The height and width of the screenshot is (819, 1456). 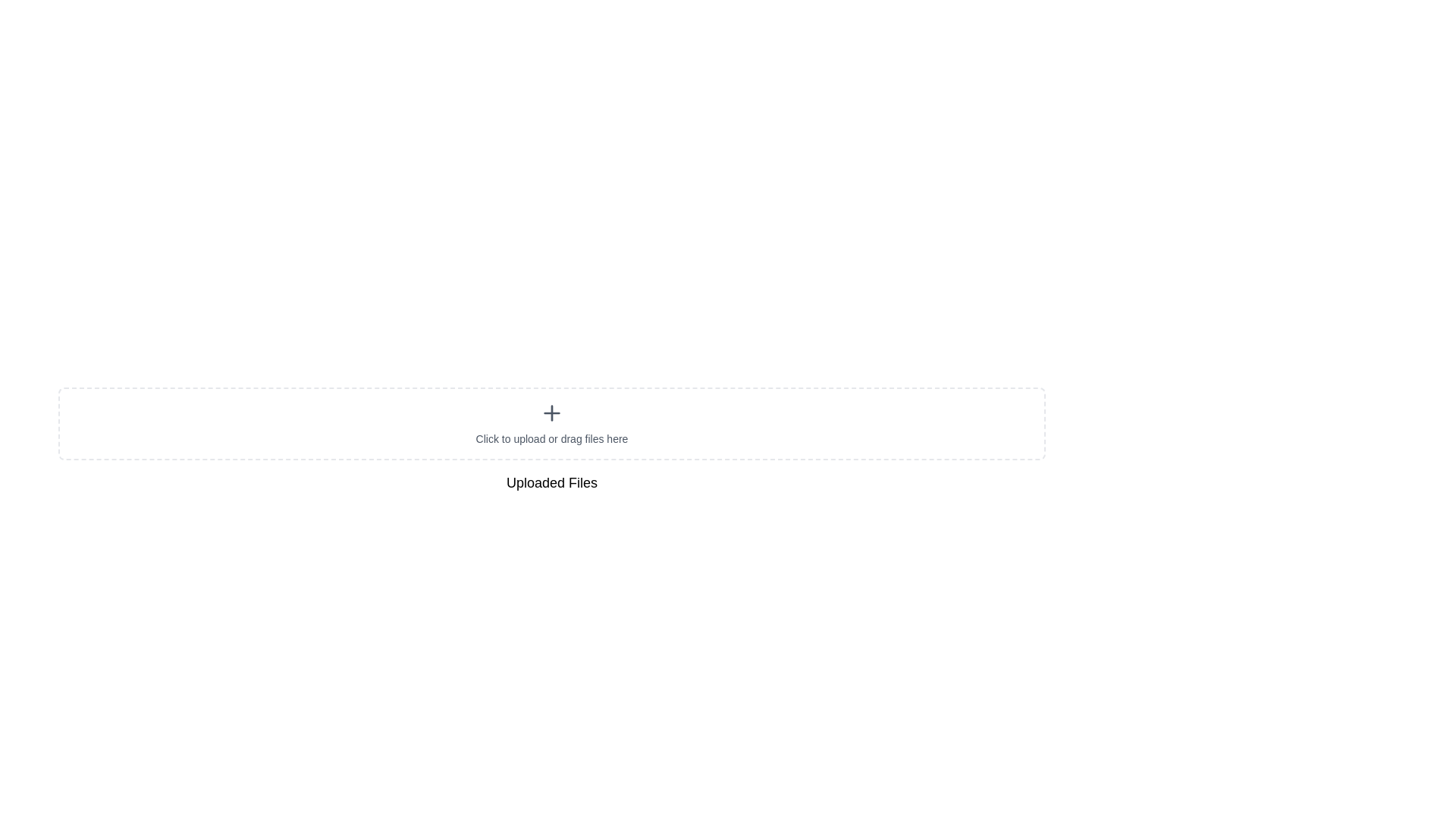 I want to click on the static text label that states 'Click to upload or drag files here', which is styled in small, muted gray text and positioned at the center of the file upload zone, so click(x=551, y=438).